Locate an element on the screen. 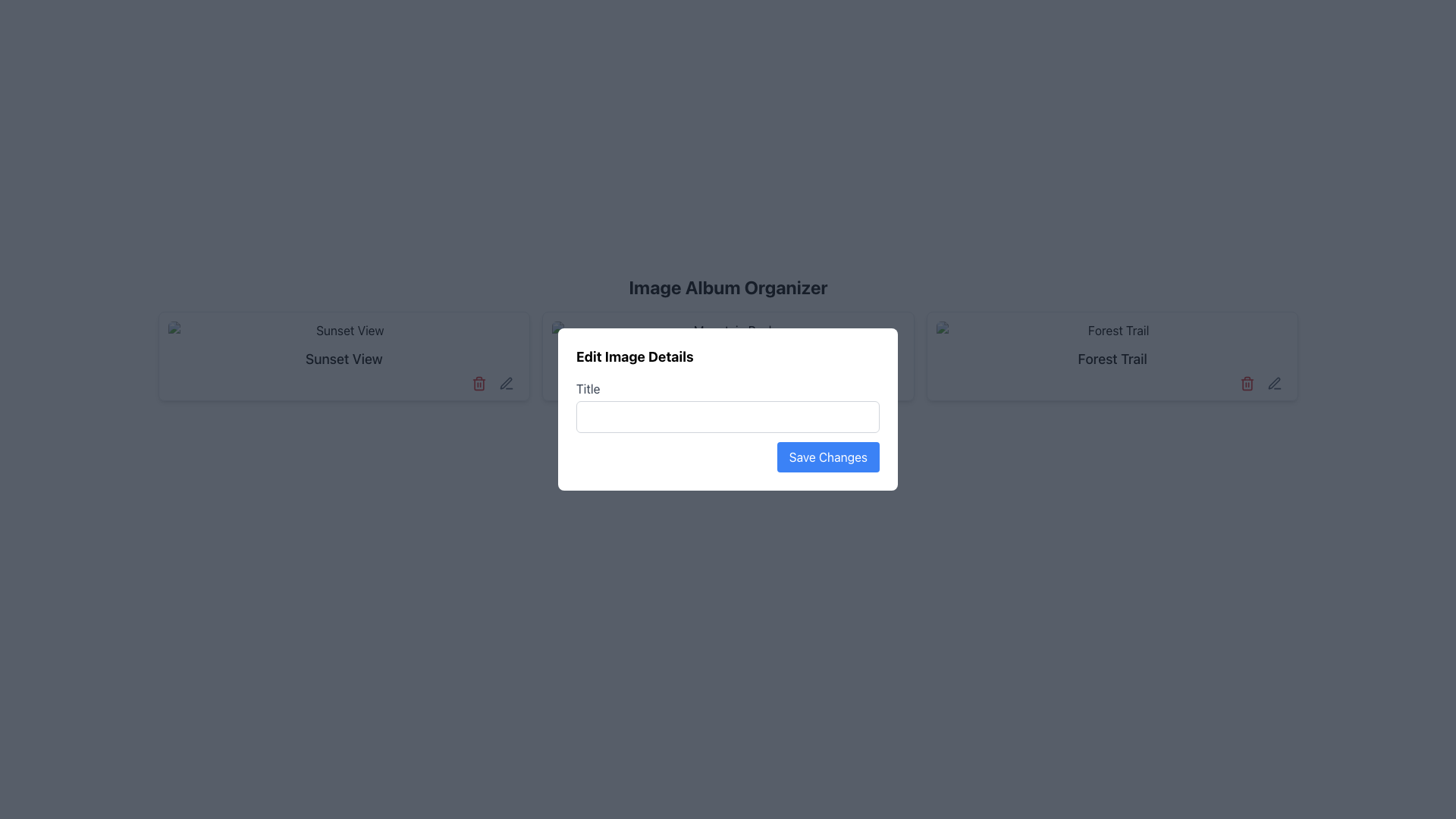 The image size is (1456, 819). the rectangular card titled 'Forest Trail', which is the last card in a grid layout, showcasing a thumbnail image and bold text is located at coordinates (1112, 356).